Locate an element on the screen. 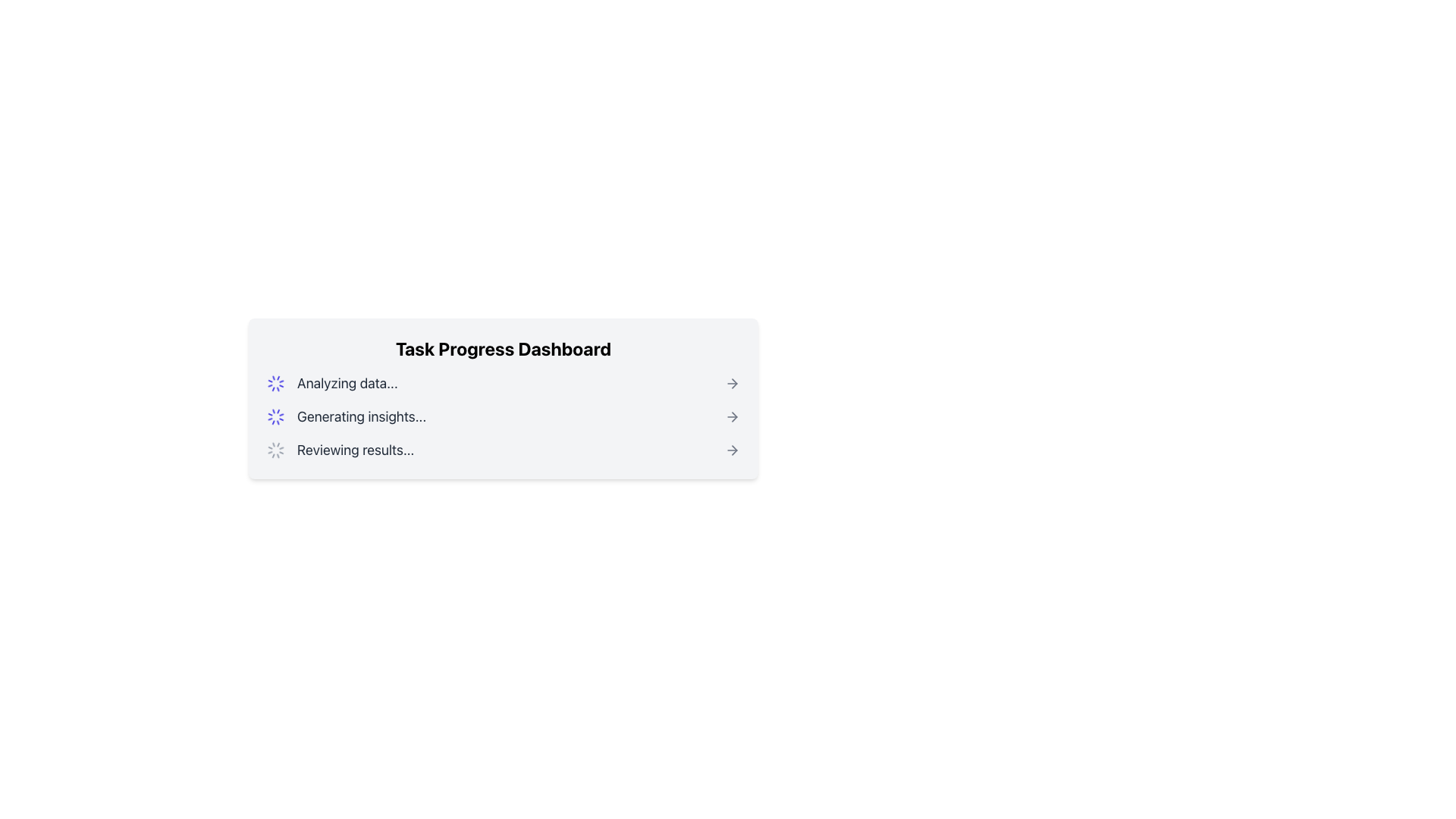  the loader icon with a spinning animation, styled in blue-indigo, located to the left of the text 'Generating insights...' under the 'Task Progress Dashboard' section is located at coordinates (276, 417).